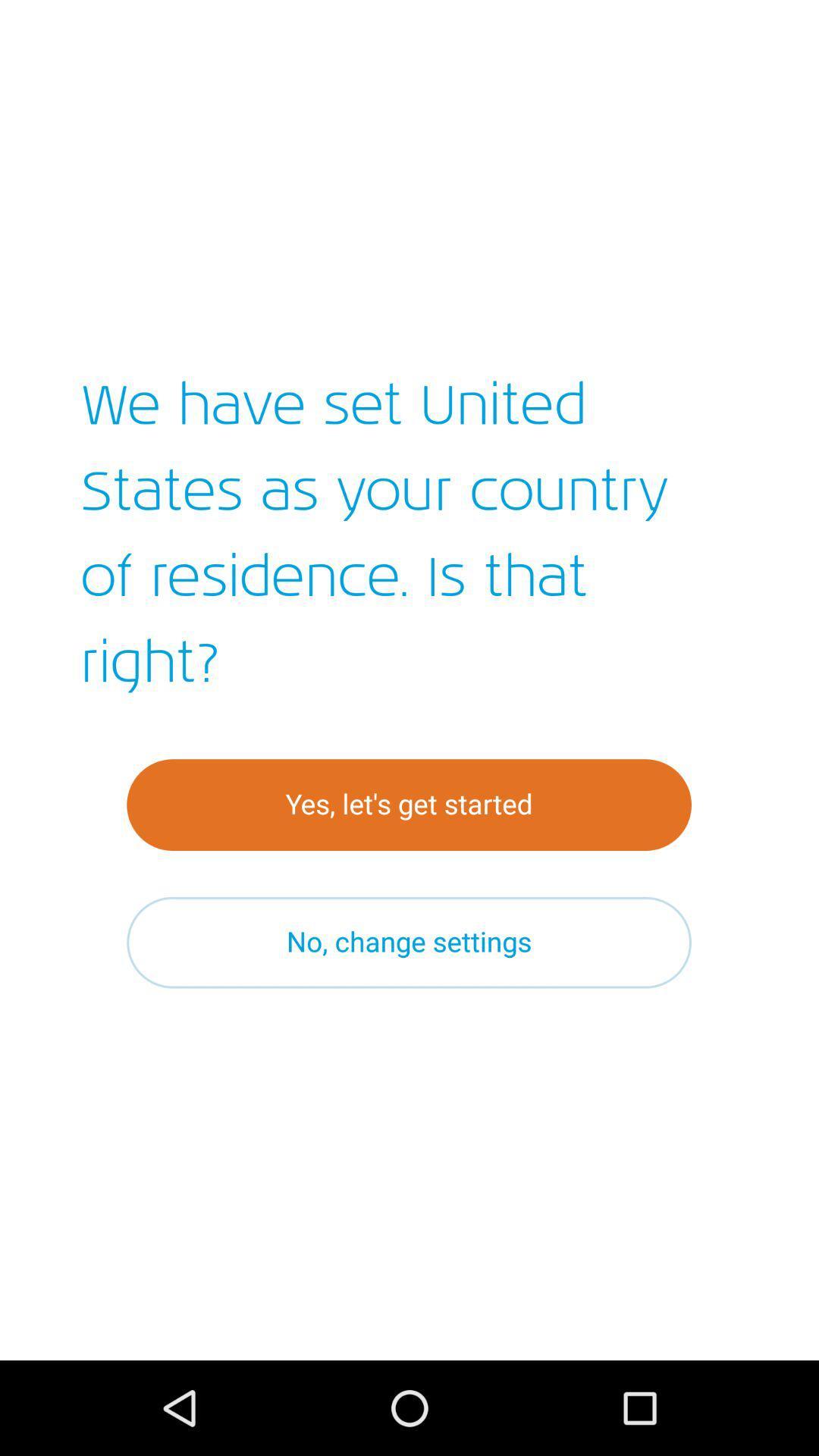 The width and height of the screenshot is (819, 1456). I want to click on the no, change settings, so click(408, 942).